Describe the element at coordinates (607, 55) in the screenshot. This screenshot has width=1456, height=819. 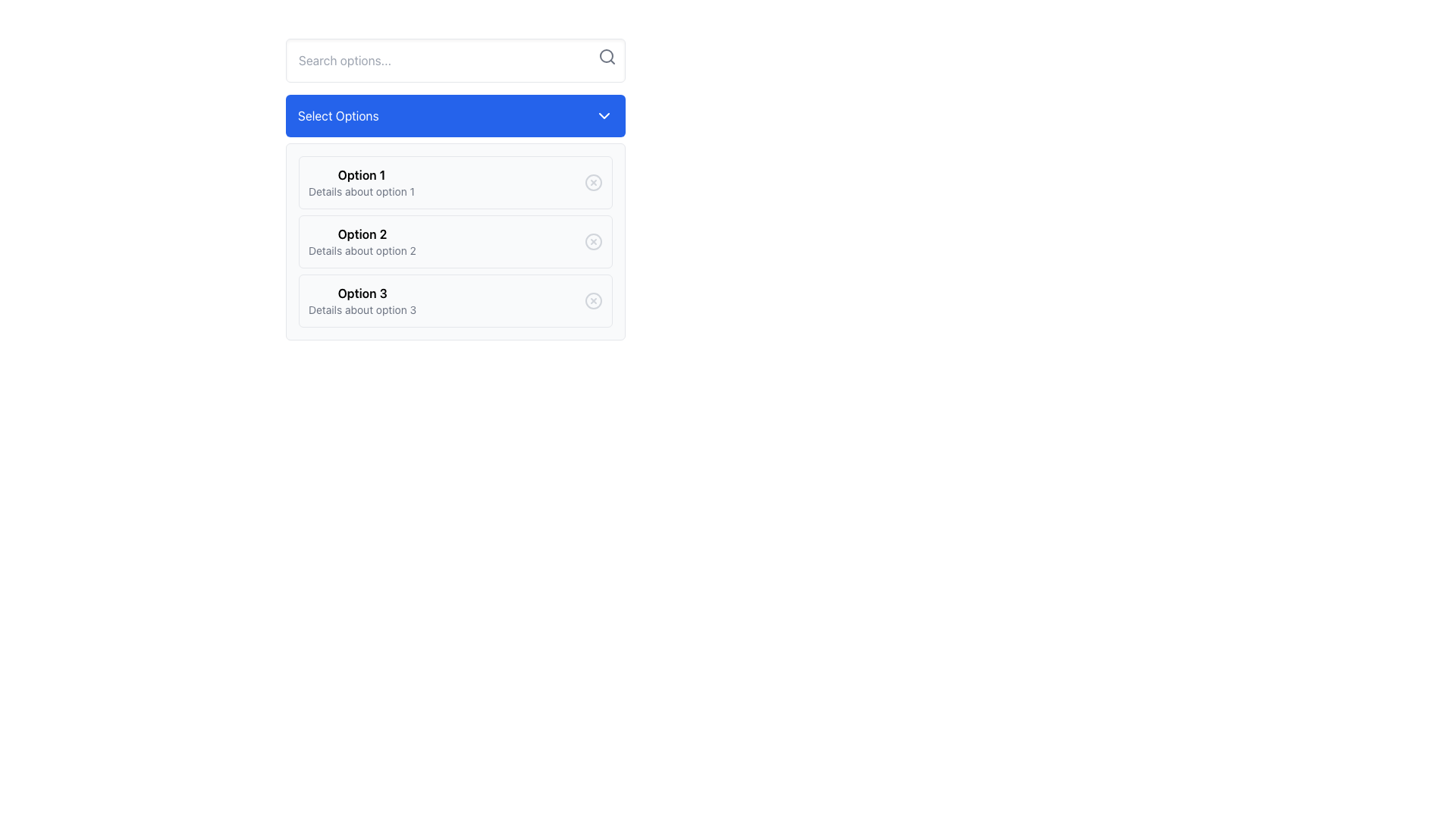
I see `the search icon located at the rightmost edge of the input field with placeholder text 'Search options...'` at that location.